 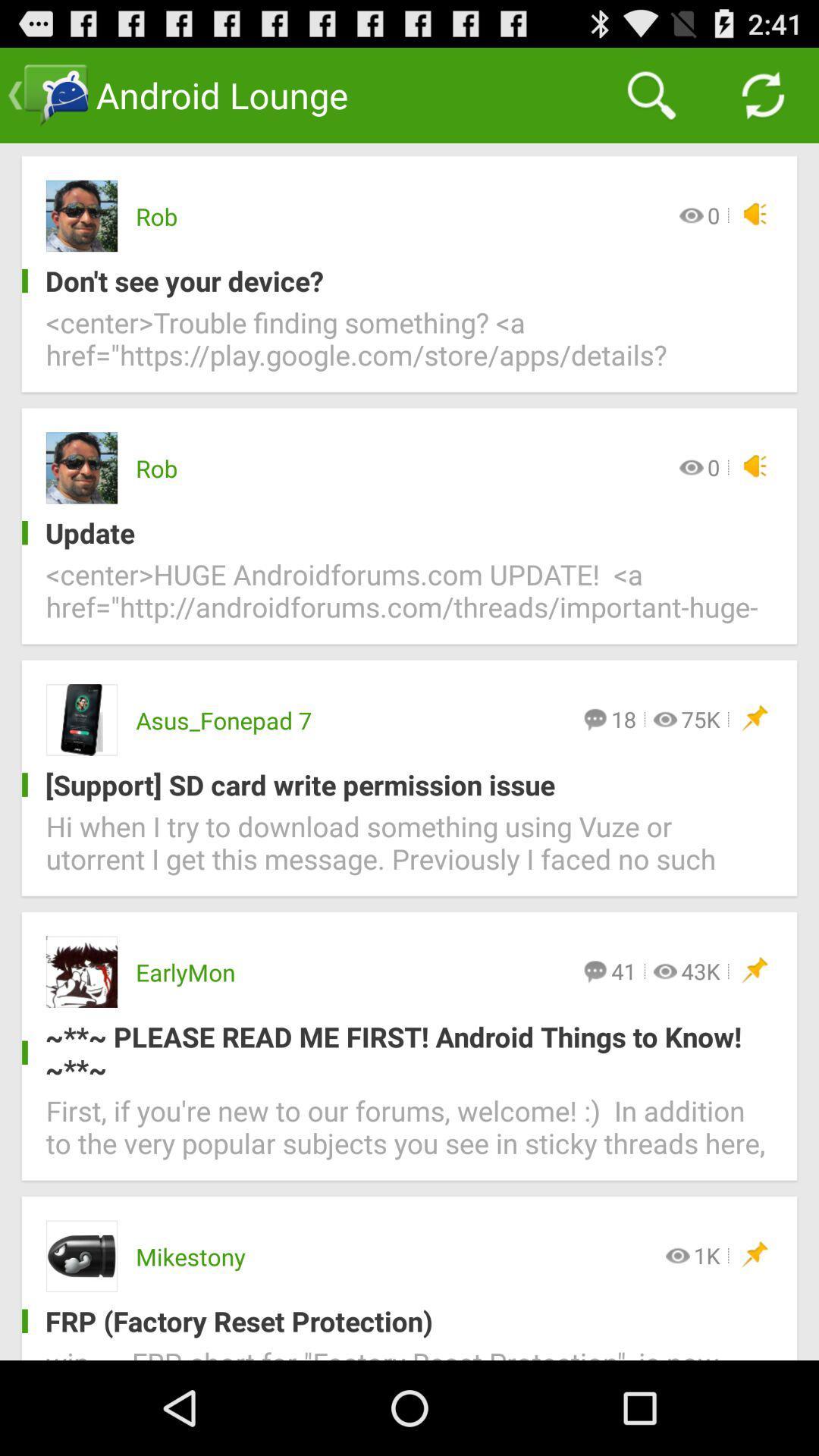 I want to click on icon below the don t see icon, so click(x=409, y=347).